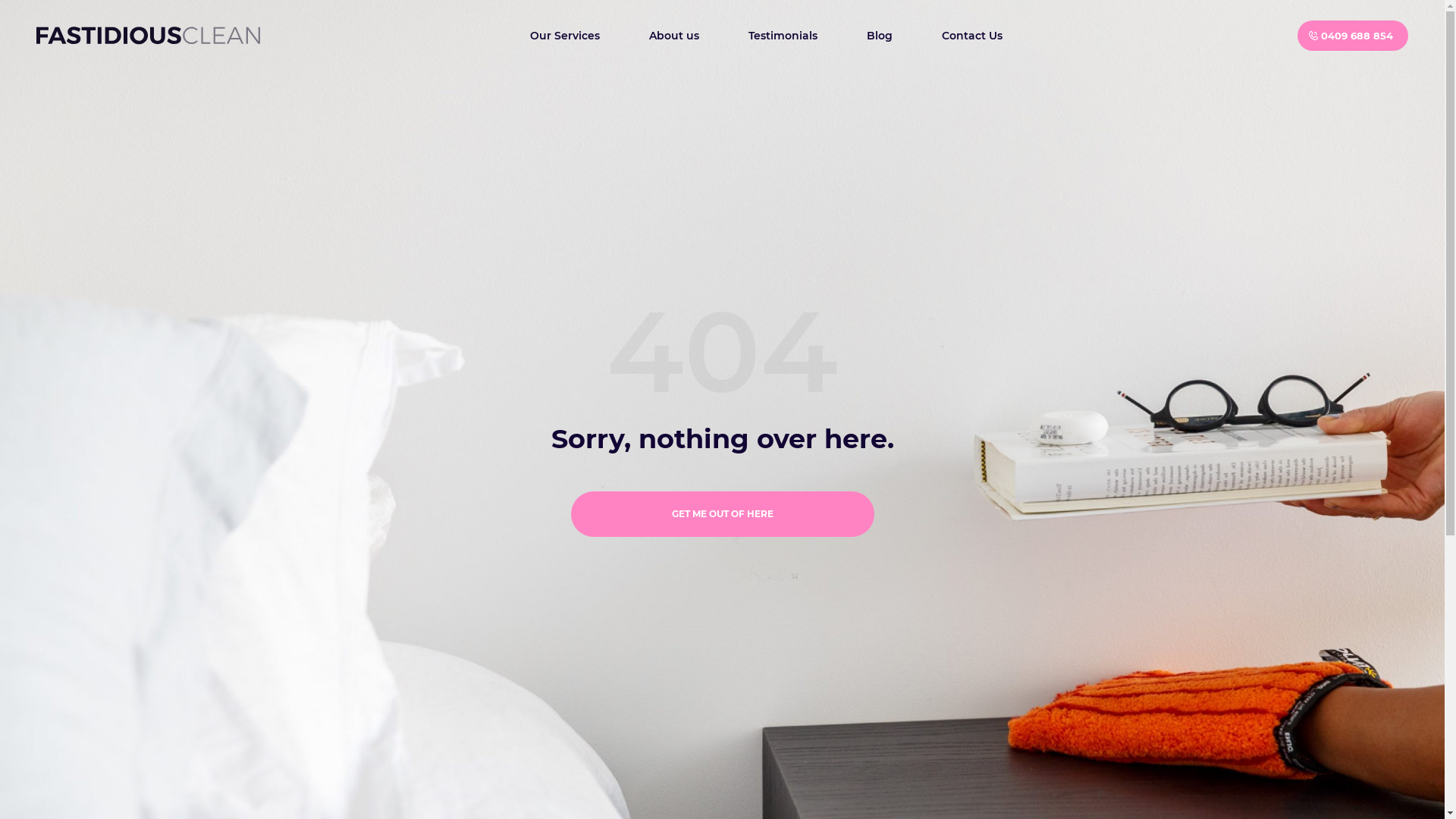  I want to click on 'About us', so click(673, 34).